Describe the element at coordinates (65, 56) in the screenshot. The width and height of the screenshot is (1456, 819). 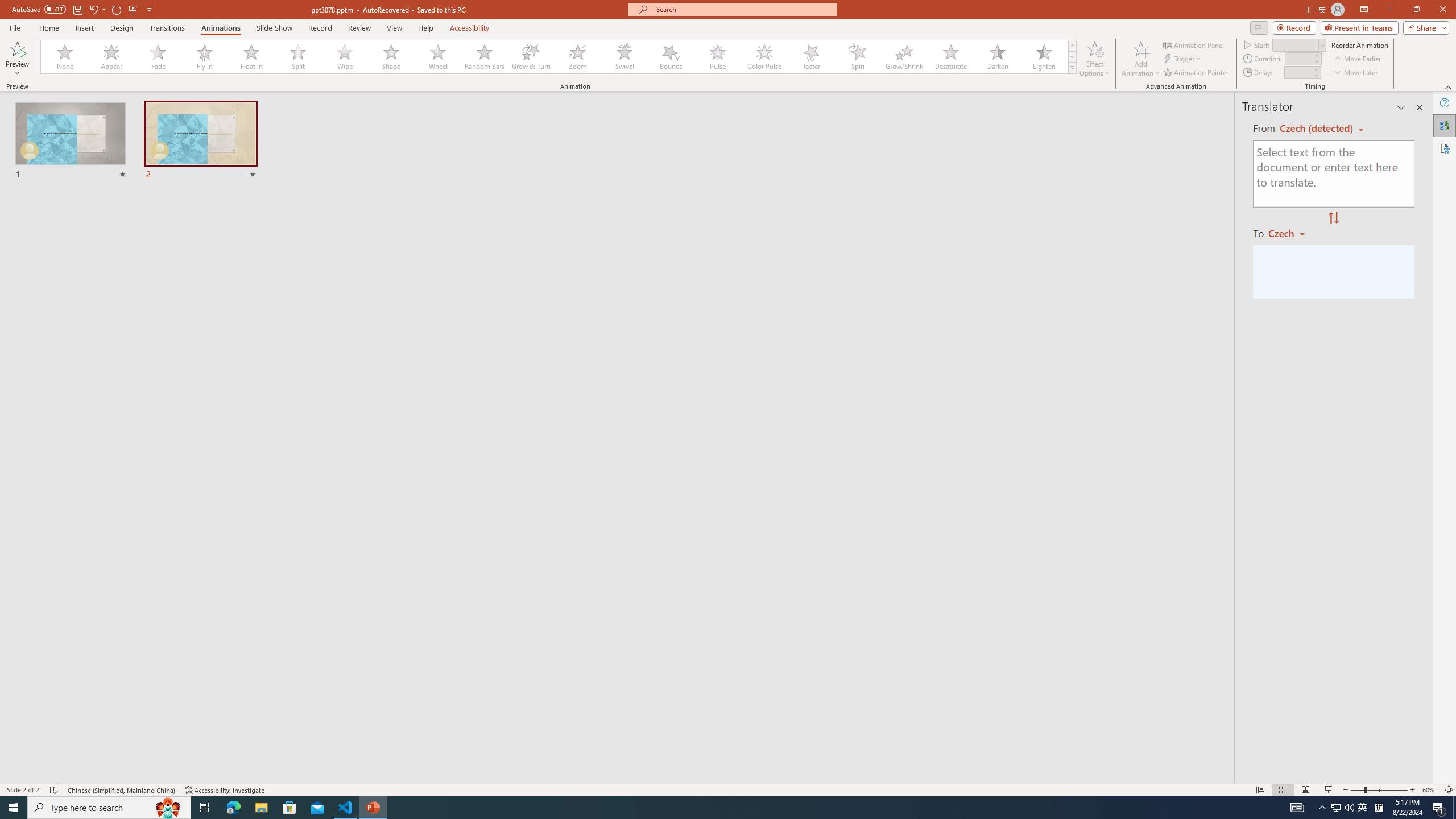
I see `'None'` at that location.